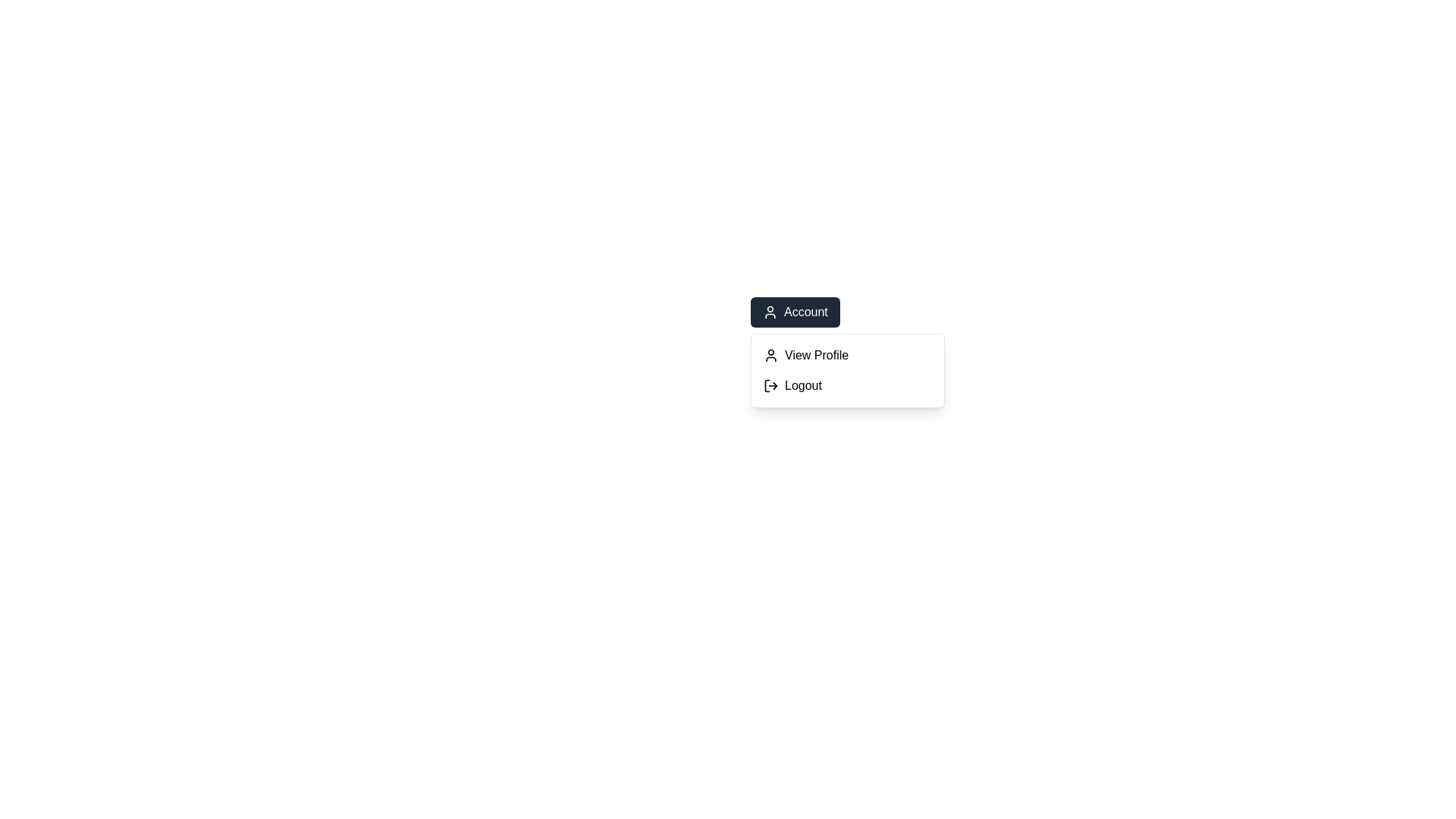 The width and height of the screenshot is (1456, 819). I want to click on the 'Logout' menu option, which is the second item in the user account actions dropdown menu, to log out, so click(847, 385).